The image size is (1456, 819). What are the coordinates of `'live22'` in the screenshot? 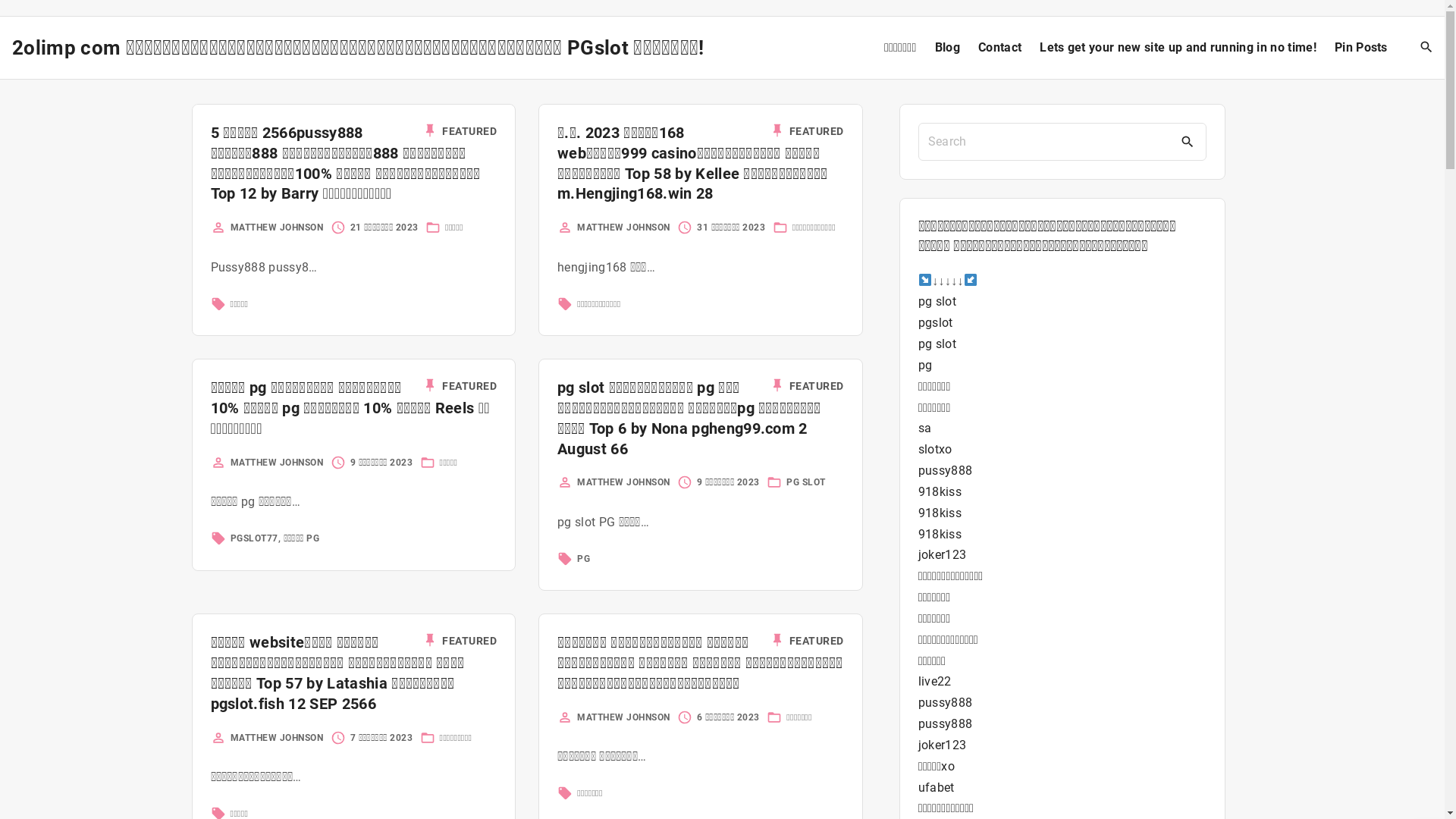 It's located at (934, 680).